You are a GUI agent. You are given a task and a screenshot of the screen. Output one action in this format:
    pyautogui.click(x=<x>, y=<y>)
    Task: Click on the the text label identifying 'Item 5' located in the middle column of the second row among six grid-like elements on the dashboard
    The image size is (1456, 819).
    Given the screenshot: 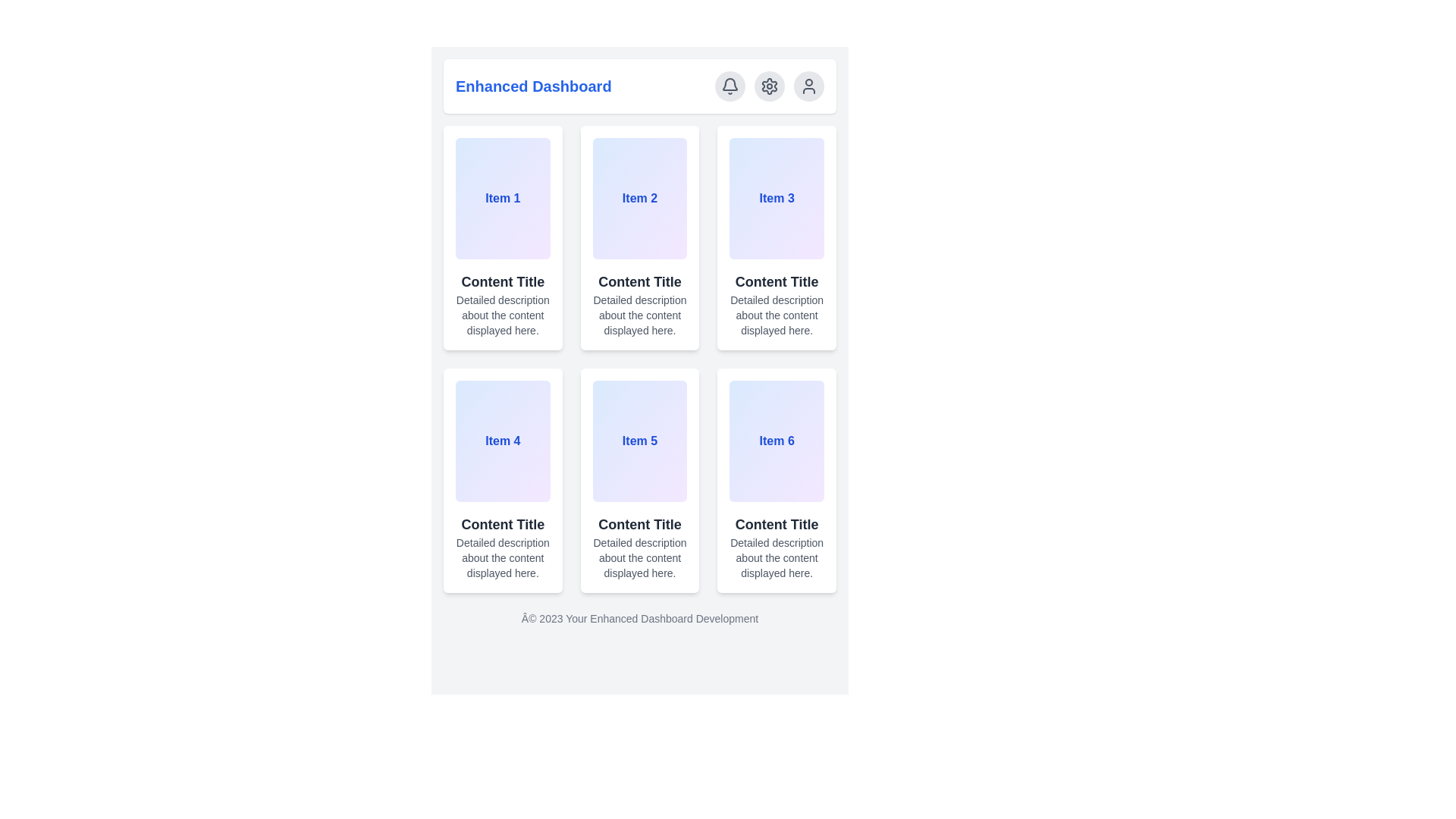 What is the action you would take?
    pyautogui.click(x=640, y=441)
    